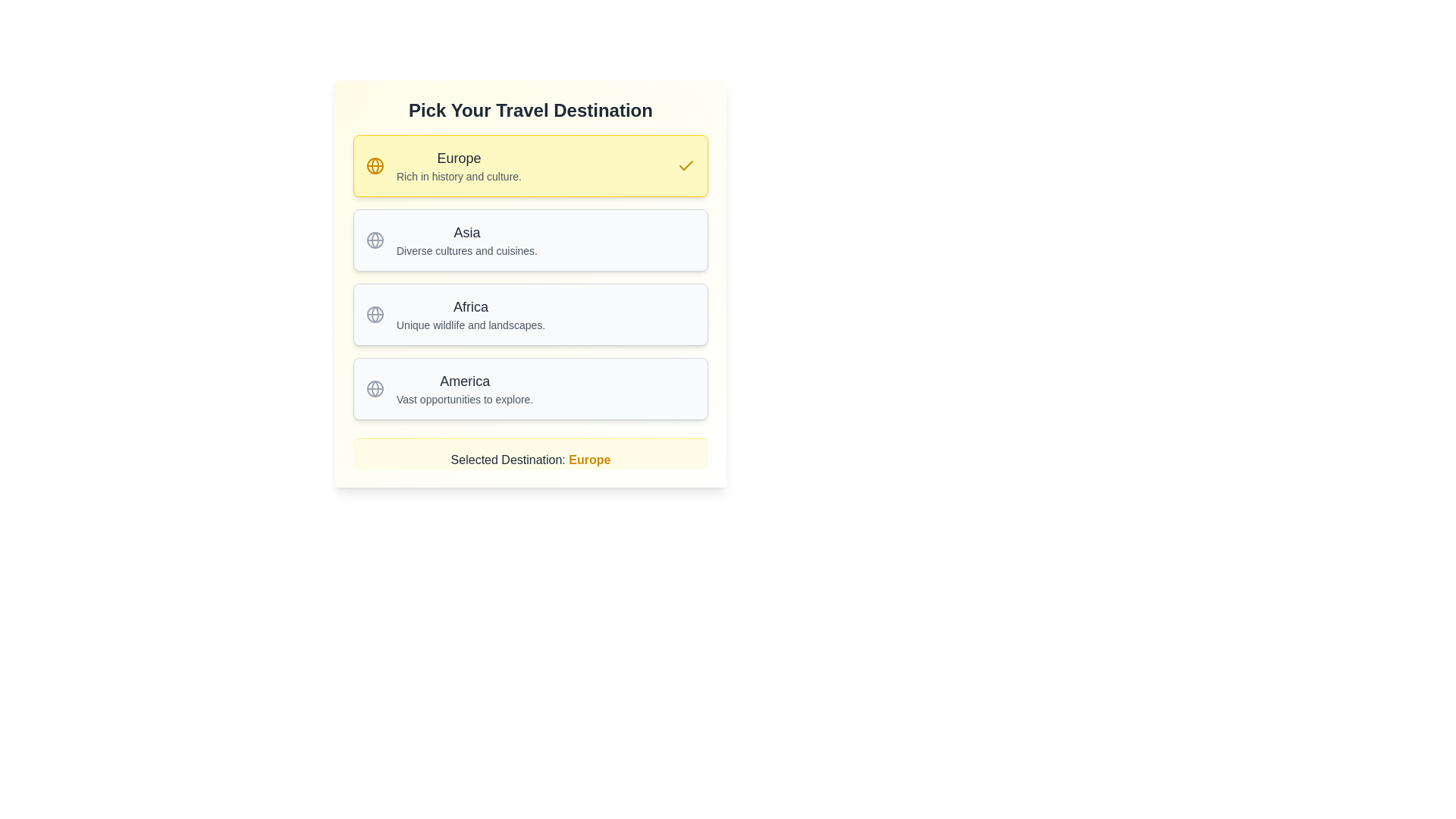 This screenshot has width=1456, height=819. Describe the element at coordinates (464, 380) in the screenshot. I see `text label for the travel destination 'America', which is the title of the fourth option in the list under 'Pick Your Travel Destination'` at that location.